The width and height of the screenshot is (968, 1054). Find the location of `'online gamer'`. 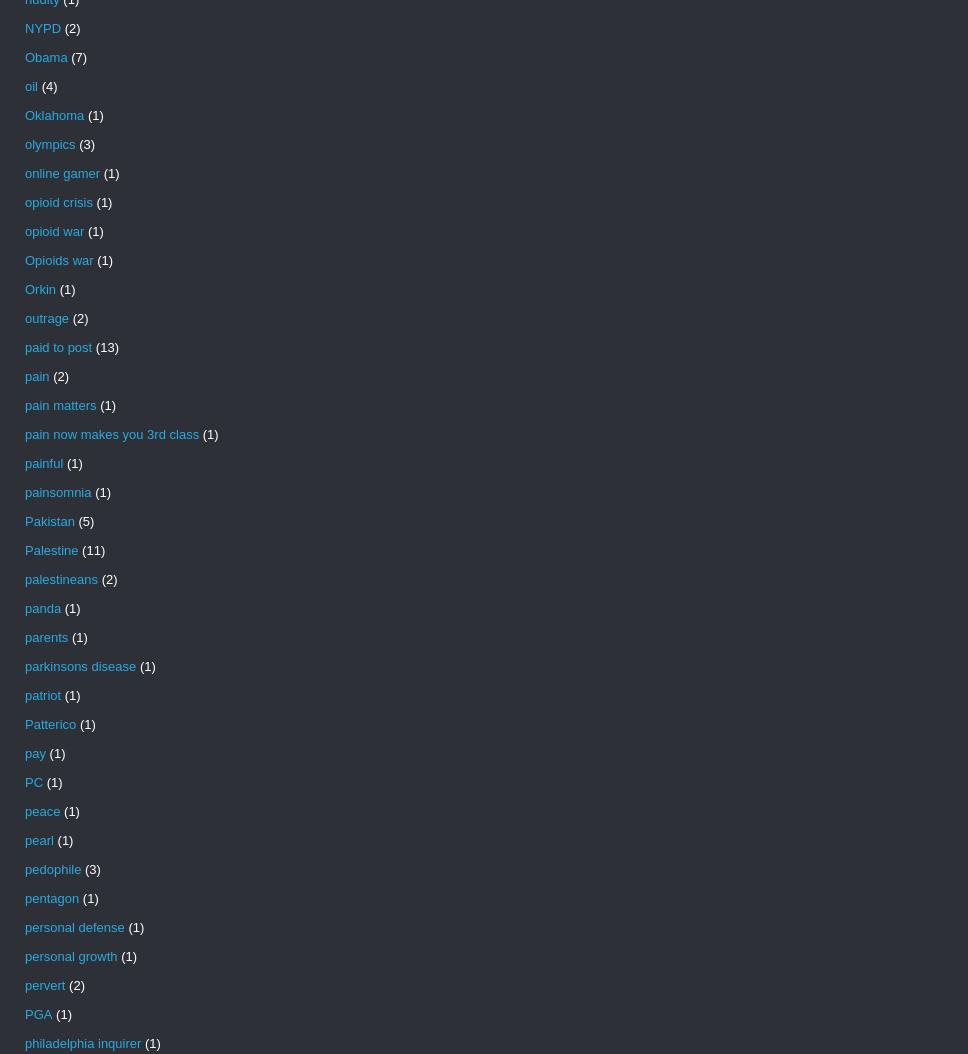

'online gamer' is located at coordinates (61, 172).